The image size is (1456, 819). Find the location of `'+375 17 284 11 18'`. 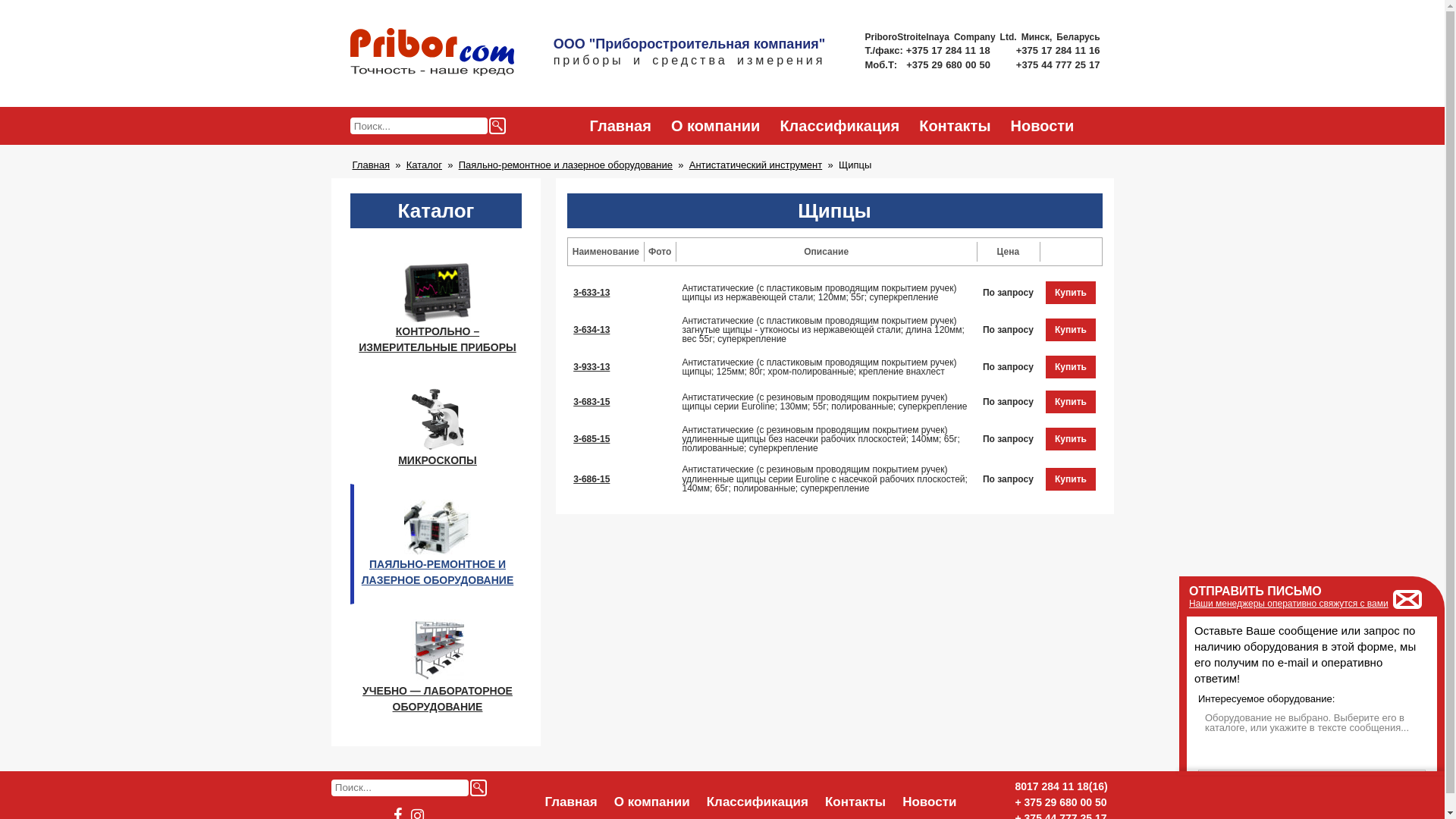

'+375 17 284 11 18' is located at coordinates (949, 49).